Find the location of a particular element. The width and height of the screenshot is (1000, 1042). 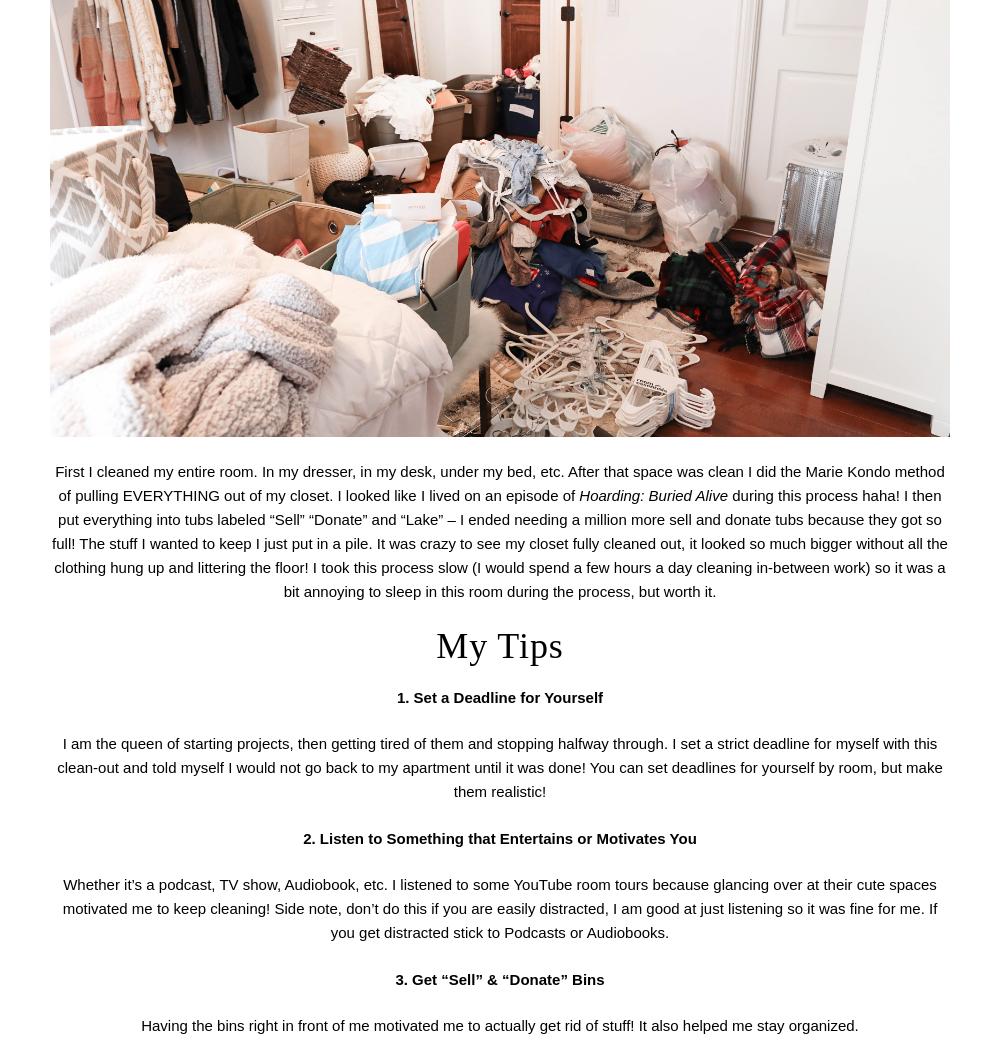

'Hoarding: Buried Alive' is located at coordinates (653, 494).